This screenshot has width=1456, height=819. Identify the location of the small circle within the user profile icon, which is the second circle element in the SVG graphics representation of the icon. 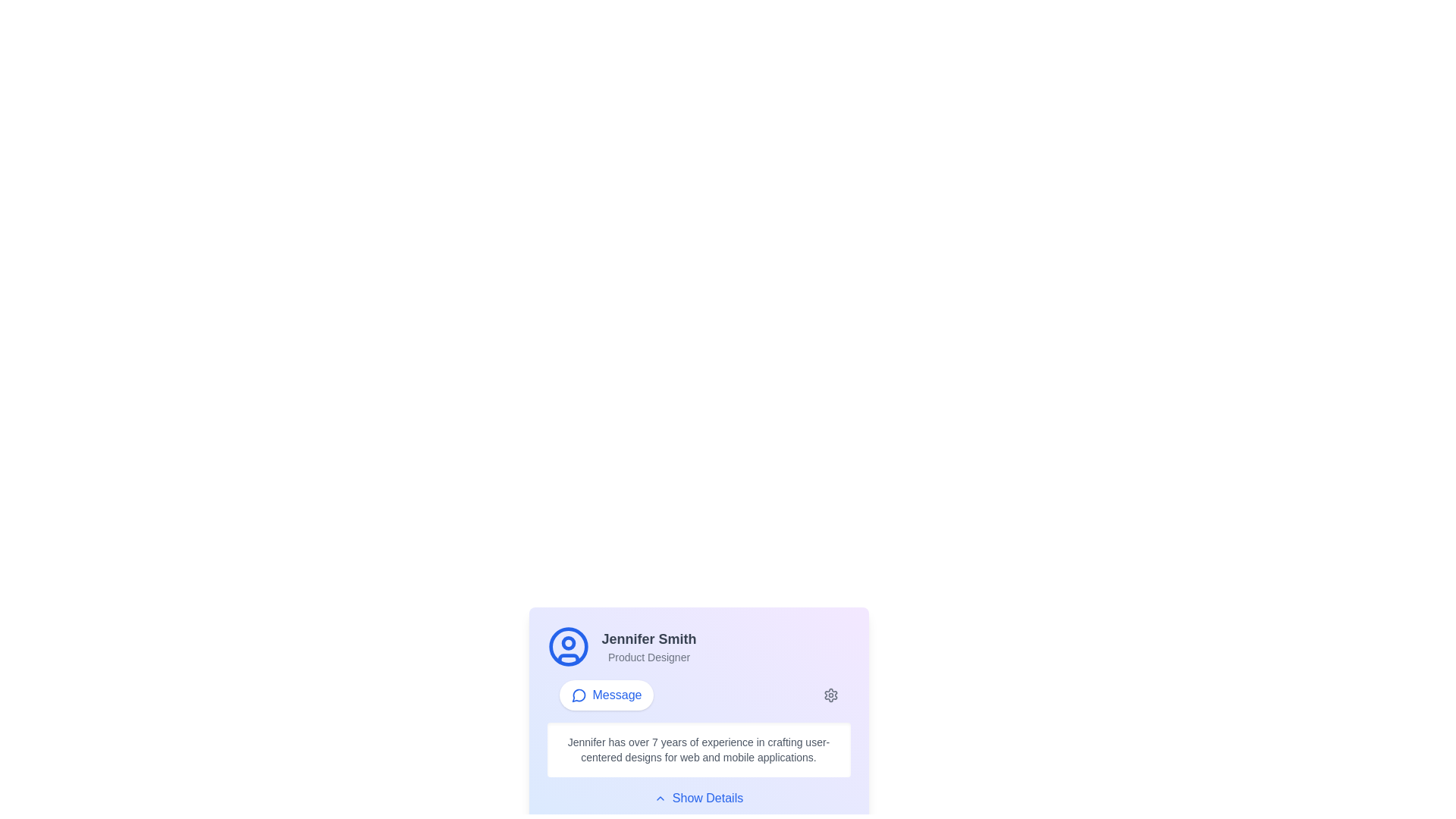
(567, 643).